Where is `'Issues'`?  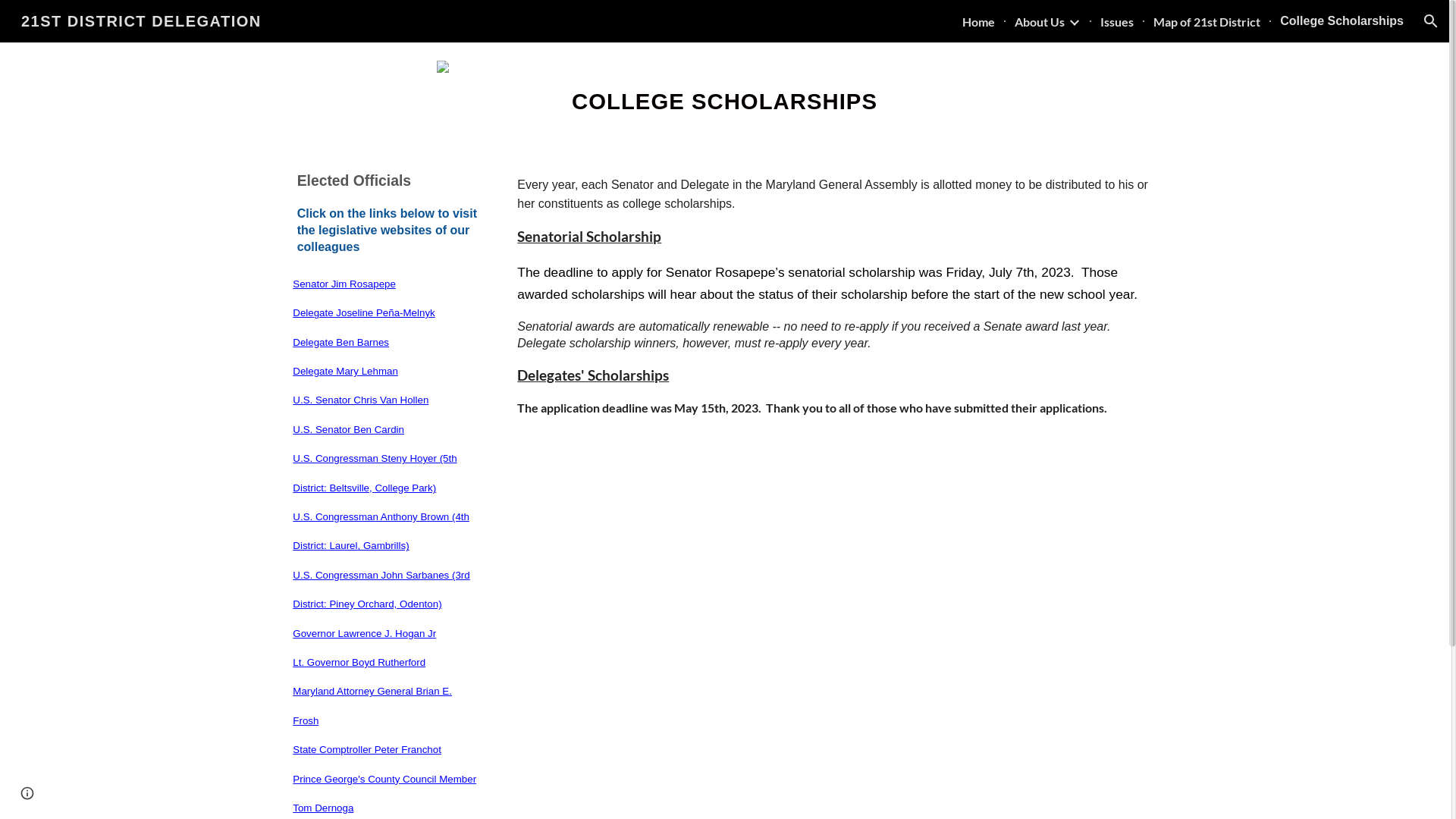 'Issues' is located at coordinates (1117, 20).